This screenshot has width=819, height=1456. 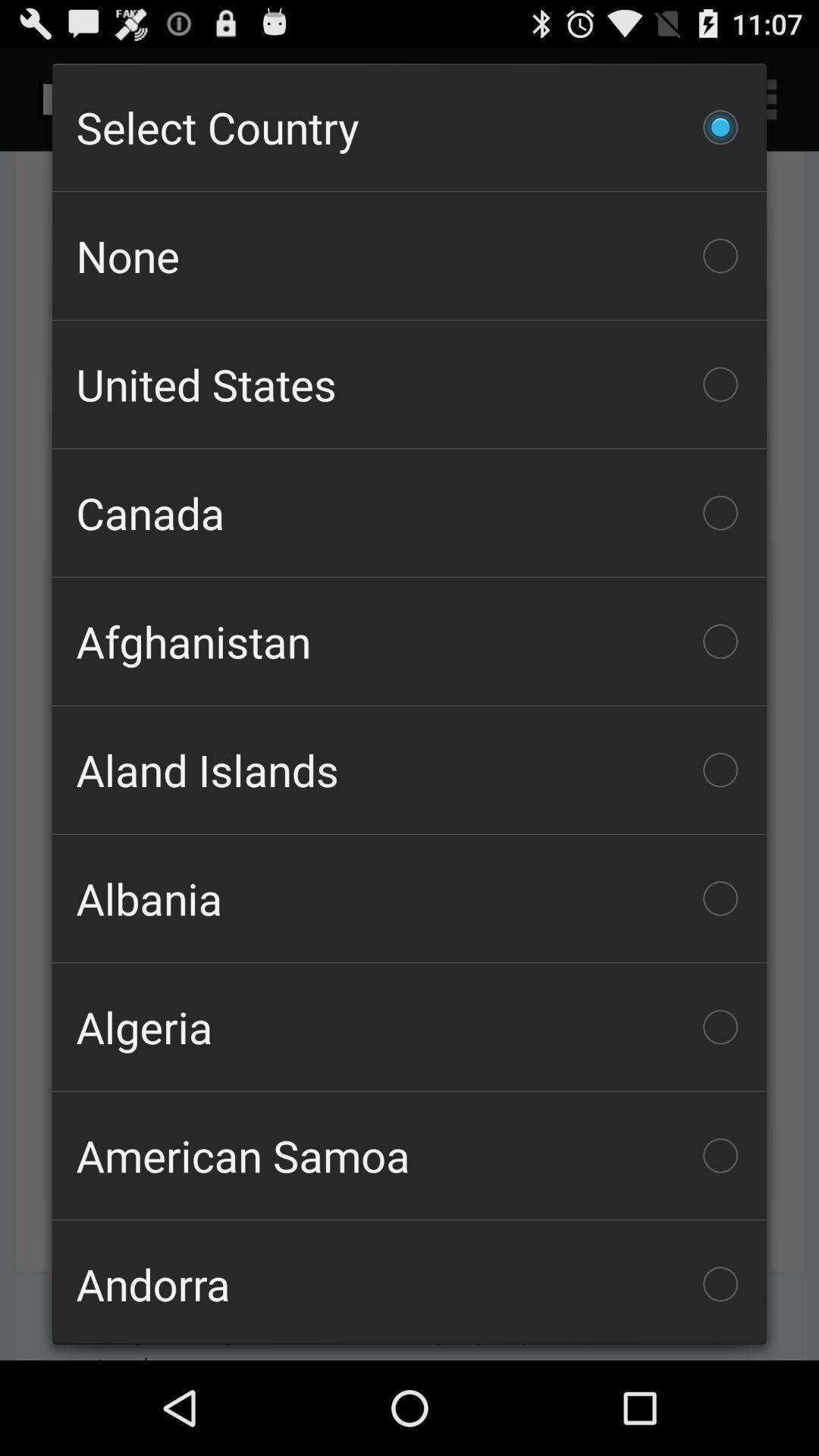 What do you see at coordinates (409, 1154) in the screenshot?
I see `the item above the andorra icon` at bounding box center [409, 1154].